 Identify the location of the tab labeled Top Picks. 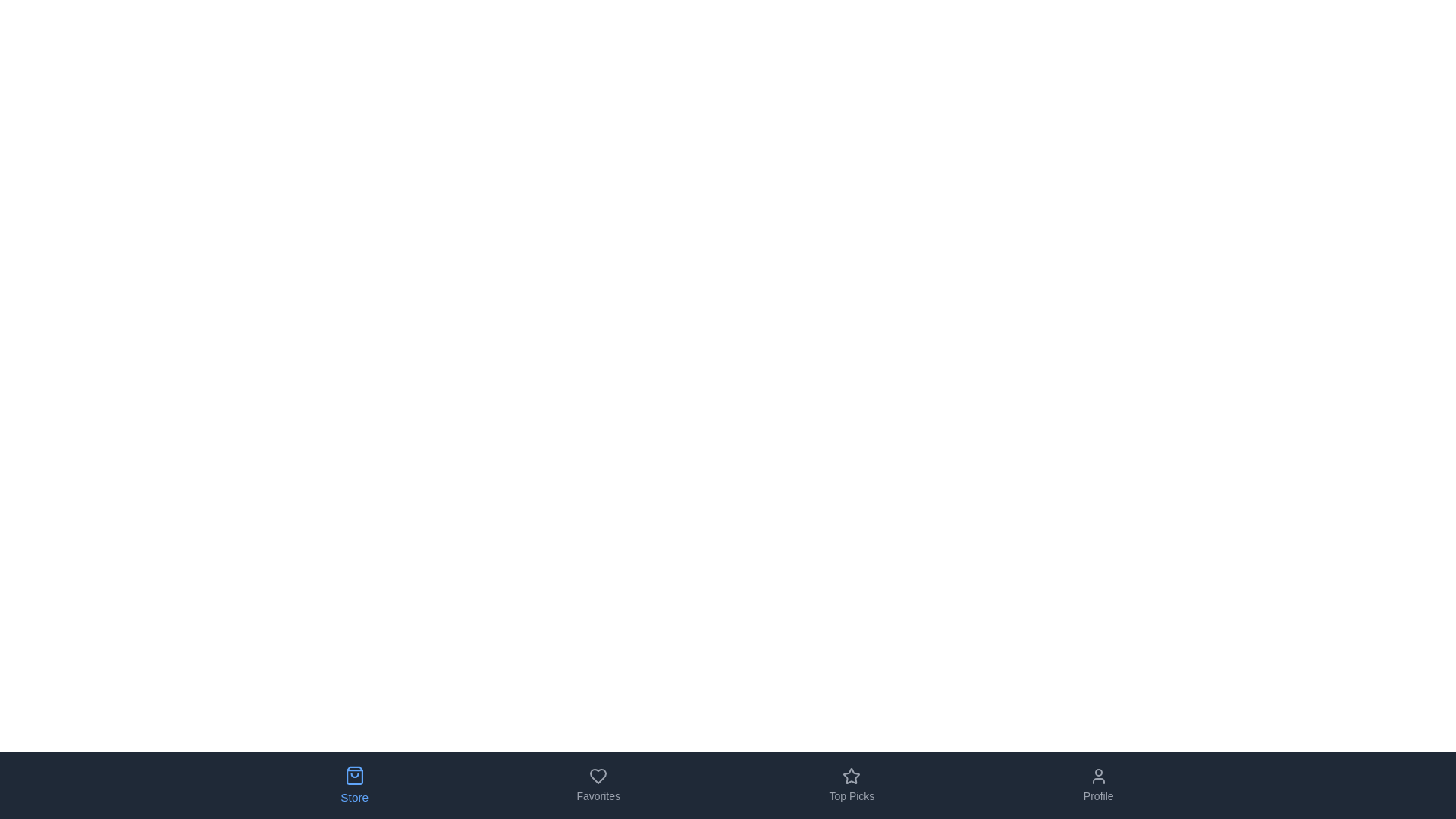
(852, 785).